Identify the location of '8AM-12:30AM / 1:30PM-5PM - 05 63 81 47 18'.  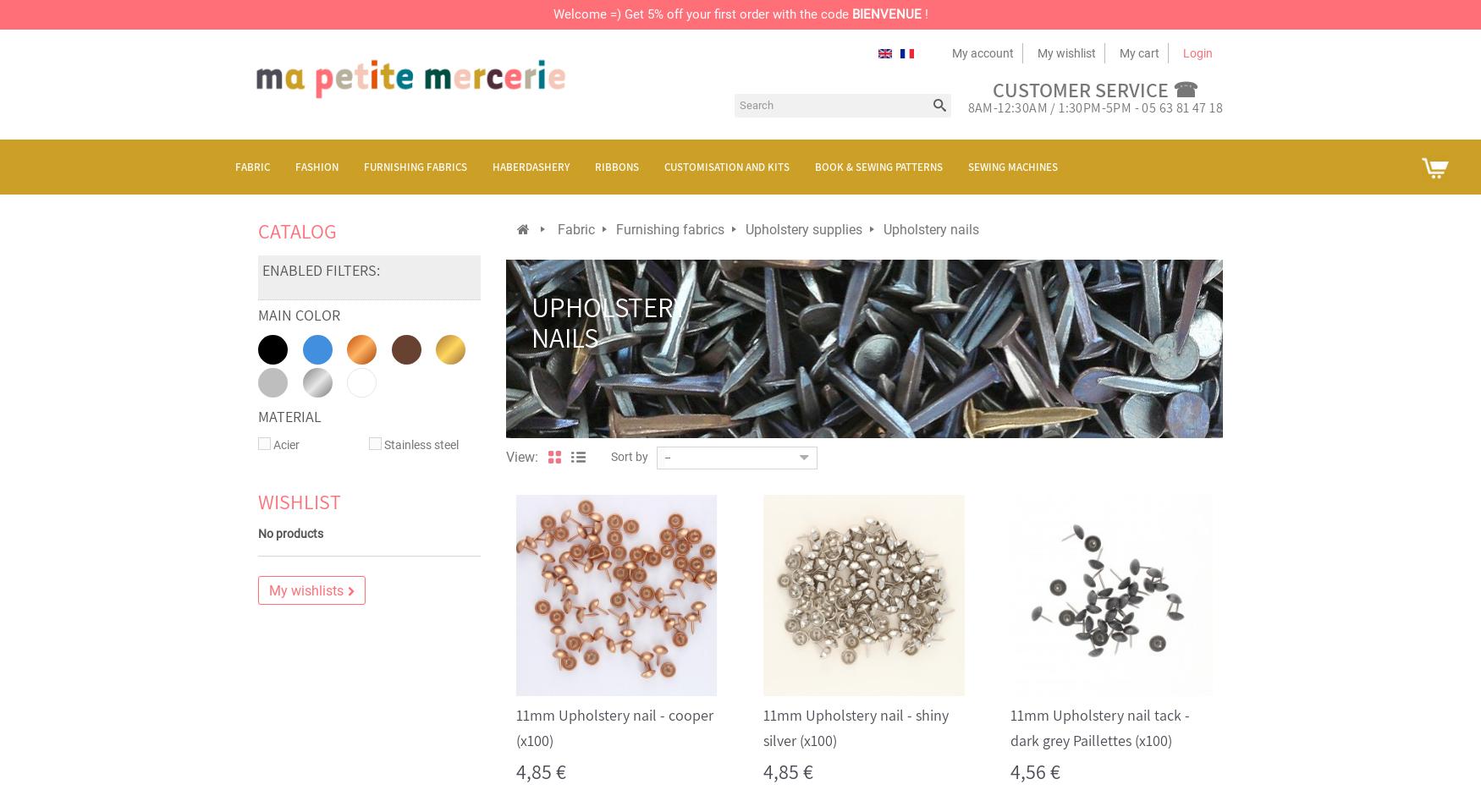
(1093, 107).